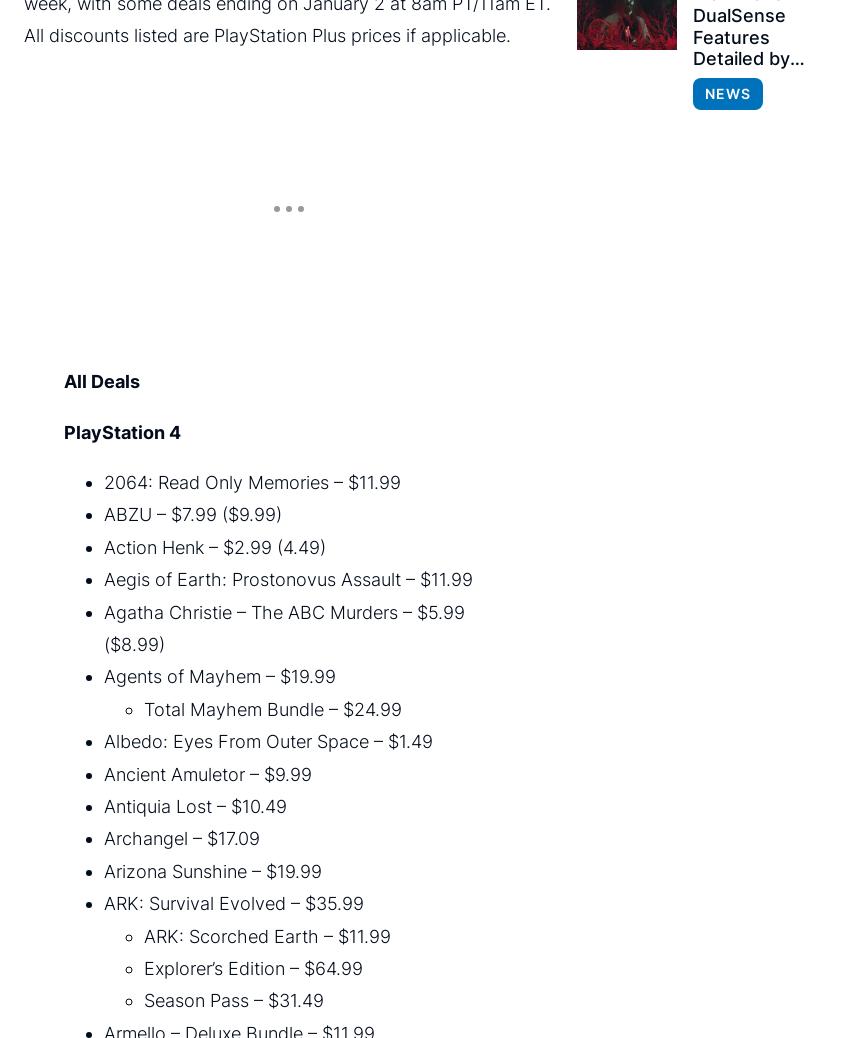 The image size is (850, 1038). I want to click on 'Reminder:', so click(68, 669).